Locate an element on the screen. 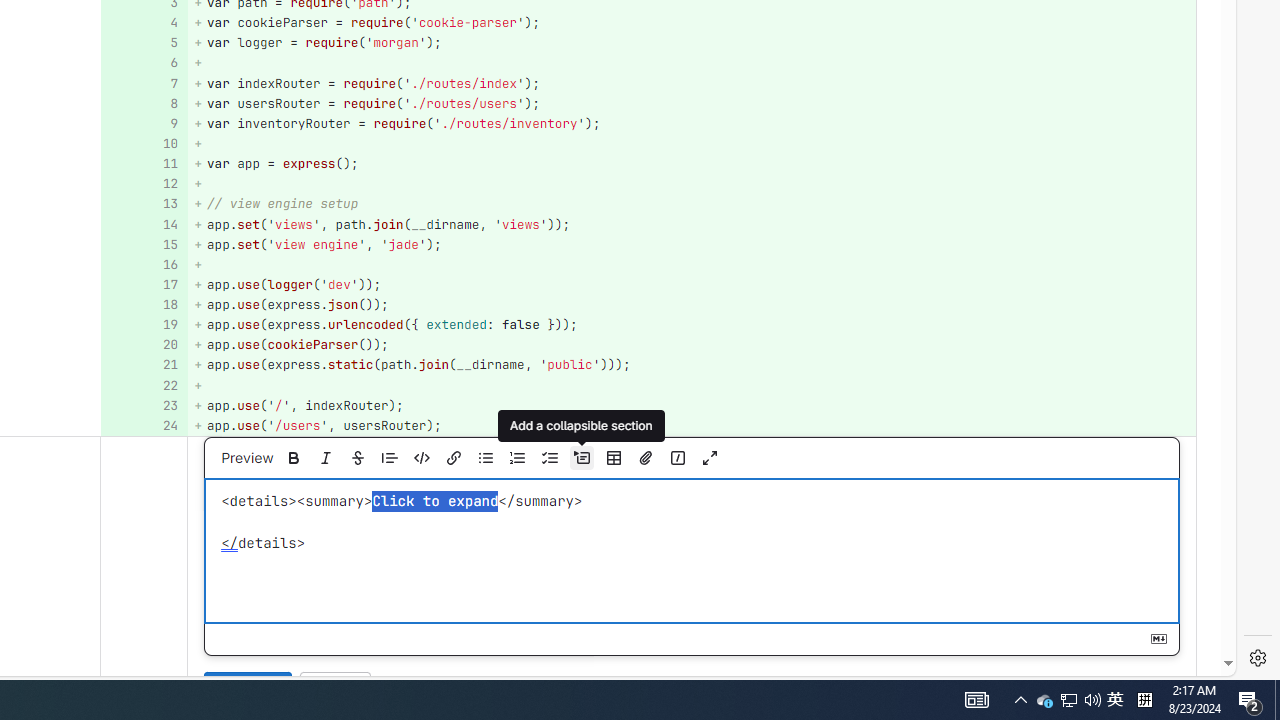 This screenshot has width=1280, height=720. 'Add a comment to this line 8' is located at coordinates (143, 103).